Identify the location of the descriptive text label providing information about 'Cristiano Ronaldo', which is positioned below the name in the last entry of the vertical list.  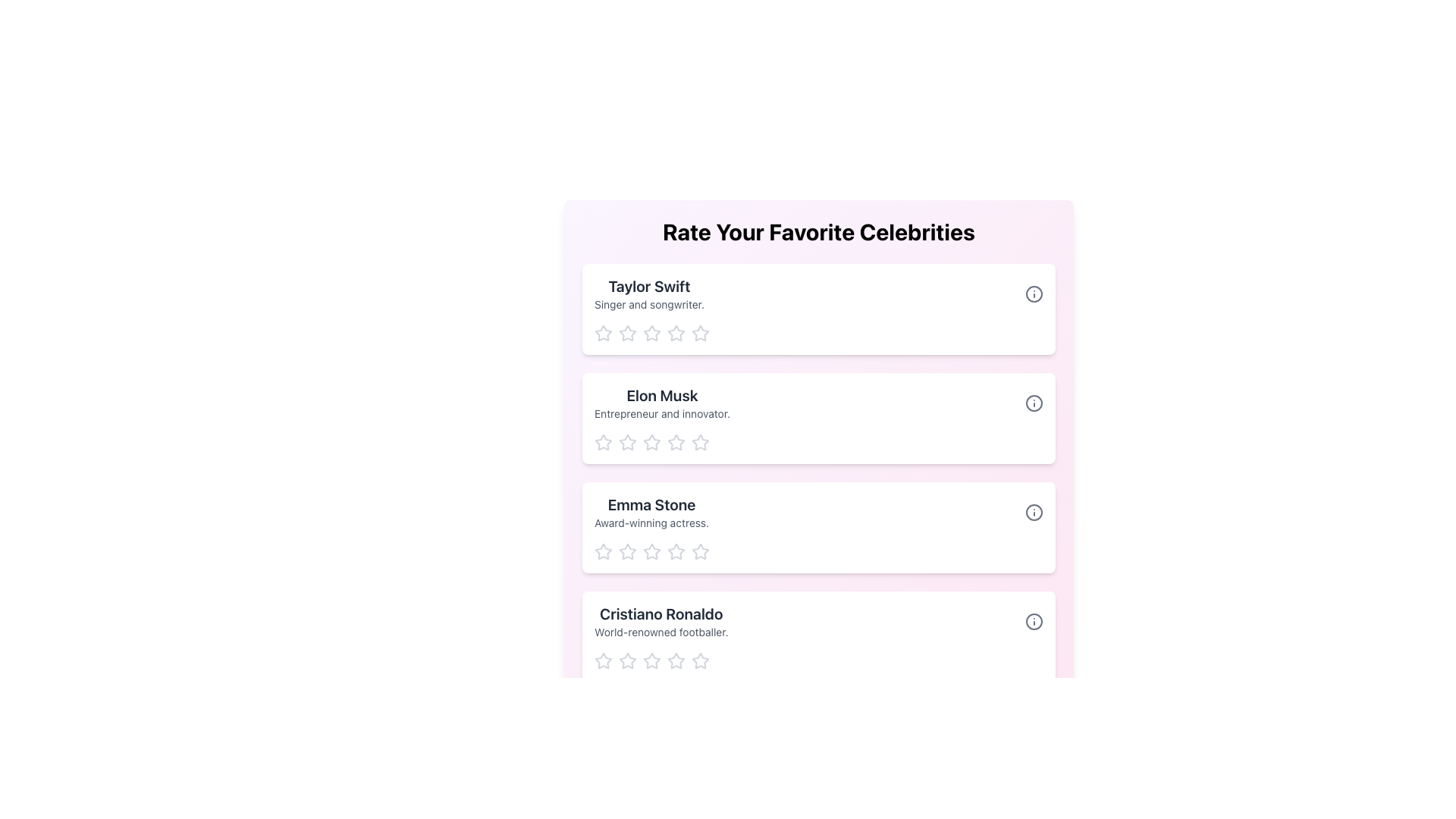
(661, 632).